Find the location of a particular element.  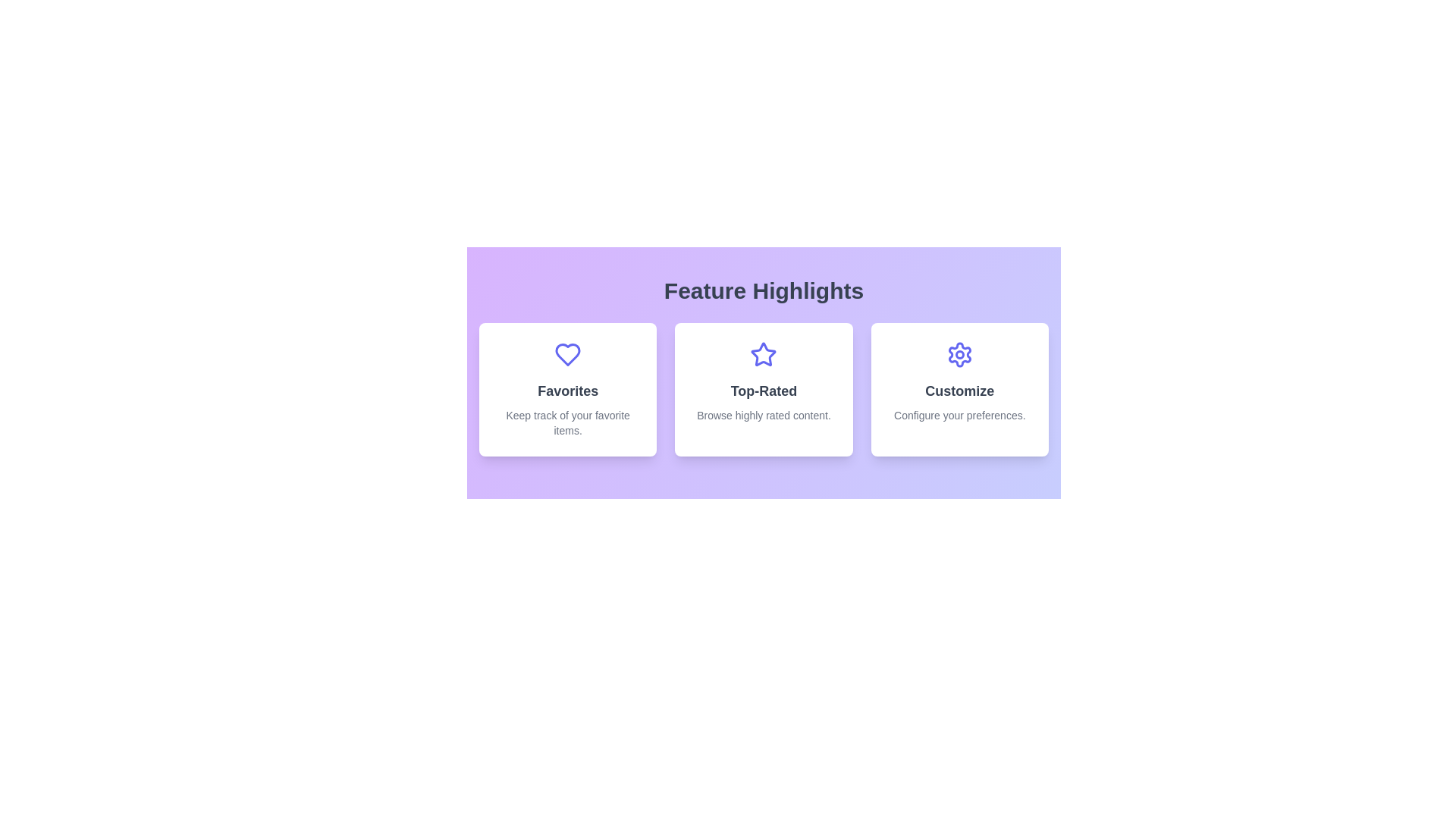

the descriptive subtitle text located at the bottom of the 'Top-Rated' card, which provides additional information about the feature is located at coordinates (764, 415).